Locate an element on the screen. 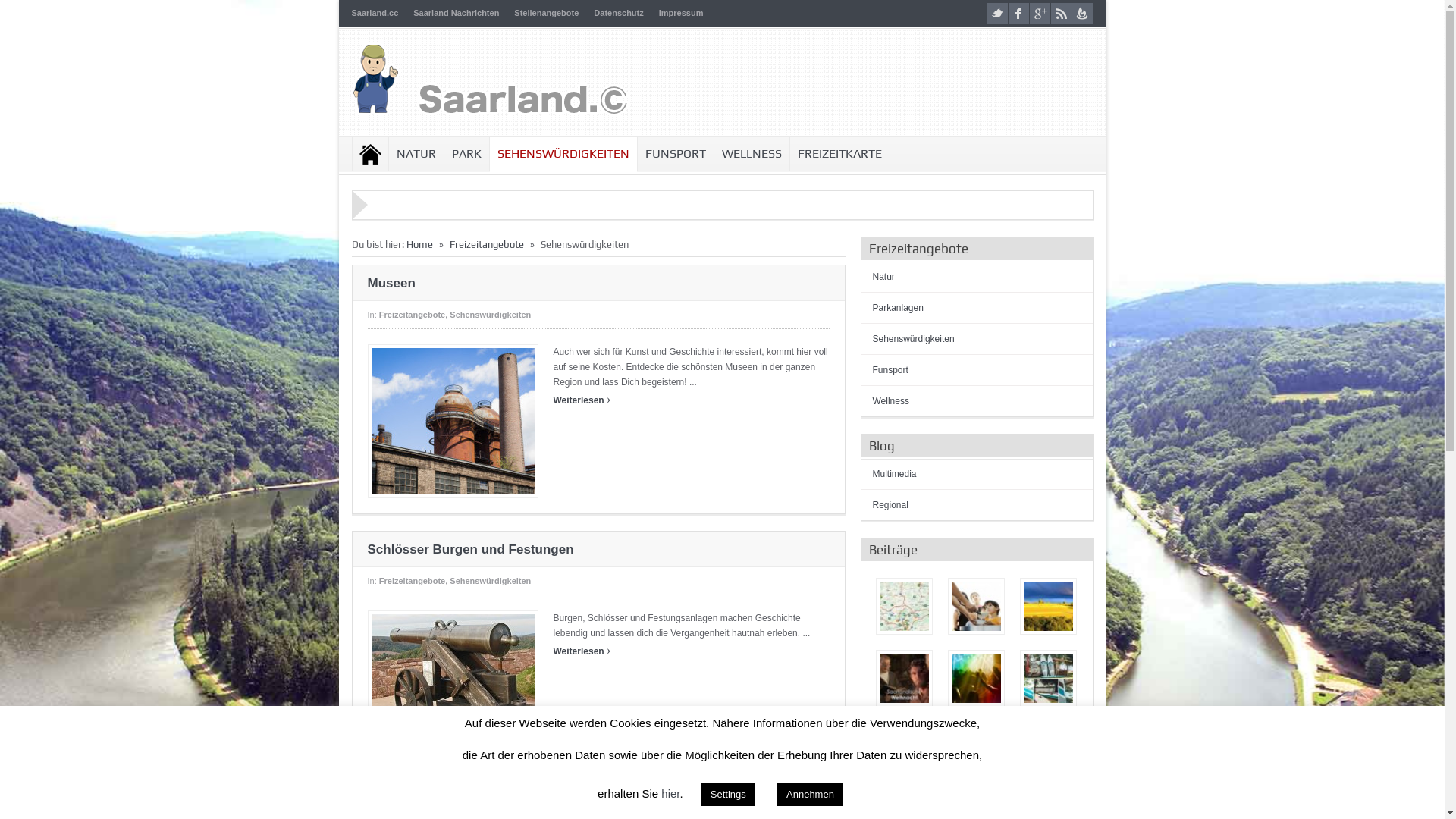 The width and height of the screenshot is (1456, 819). 'facebook' is located at coordinates (1018, 13).